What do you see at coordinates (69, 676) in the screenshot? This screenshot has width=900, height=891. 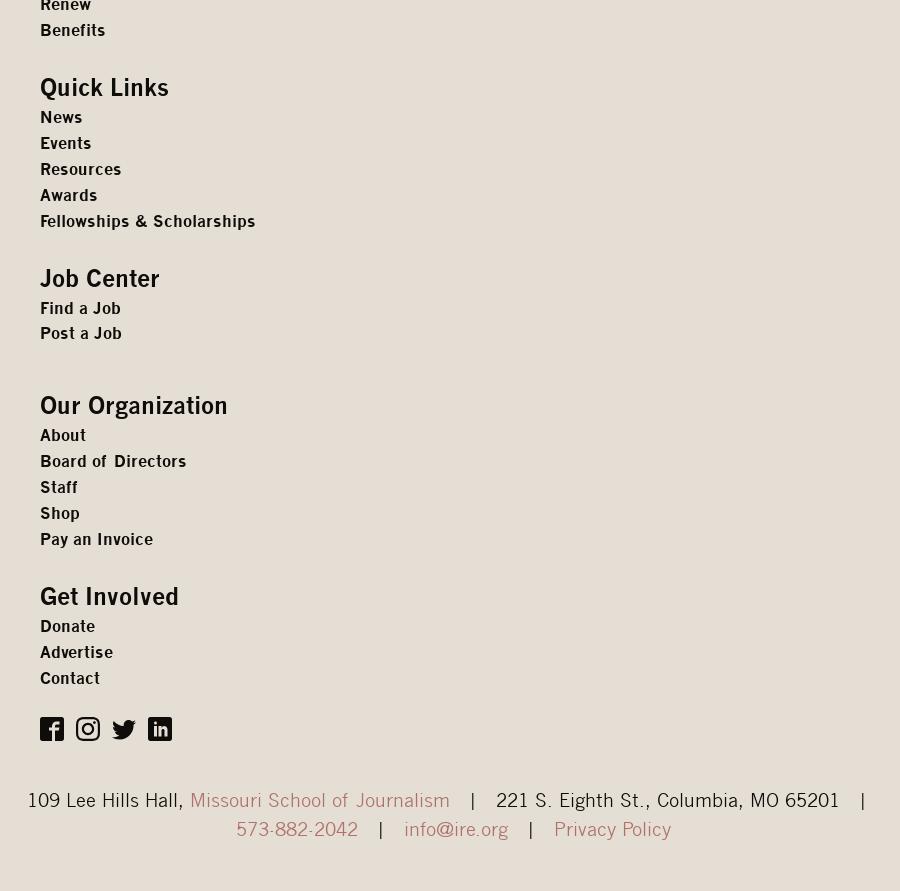 I see `'Contact'` at bounding box center [69, 676].